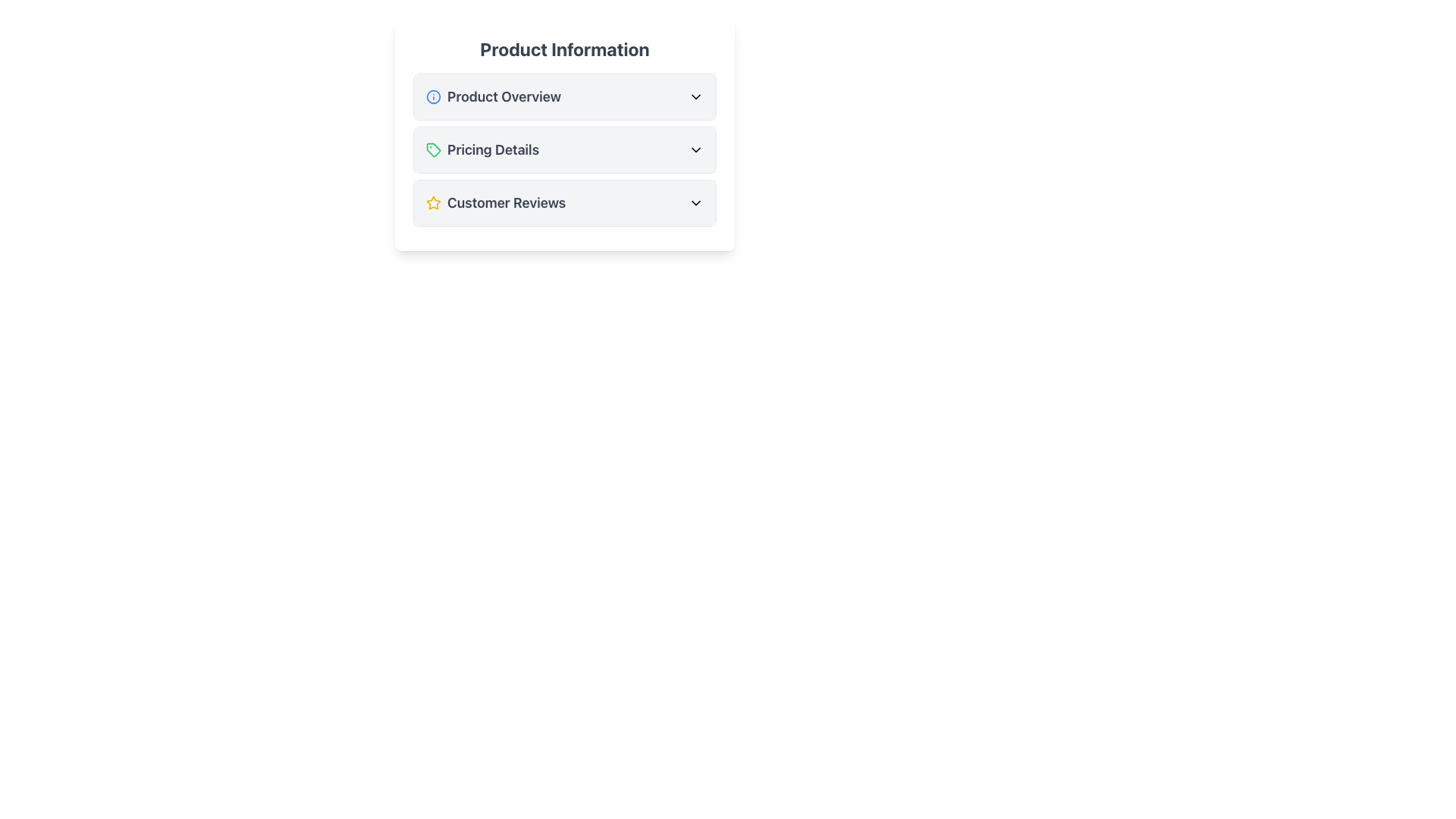  Describe the element at coordinates (432, 149) in the screenshot. I see `the icon located in the second list item labeled 'Pricing Details' under the heading 'Product Information', which signifies or represents a meaning associated with its context` at that location.